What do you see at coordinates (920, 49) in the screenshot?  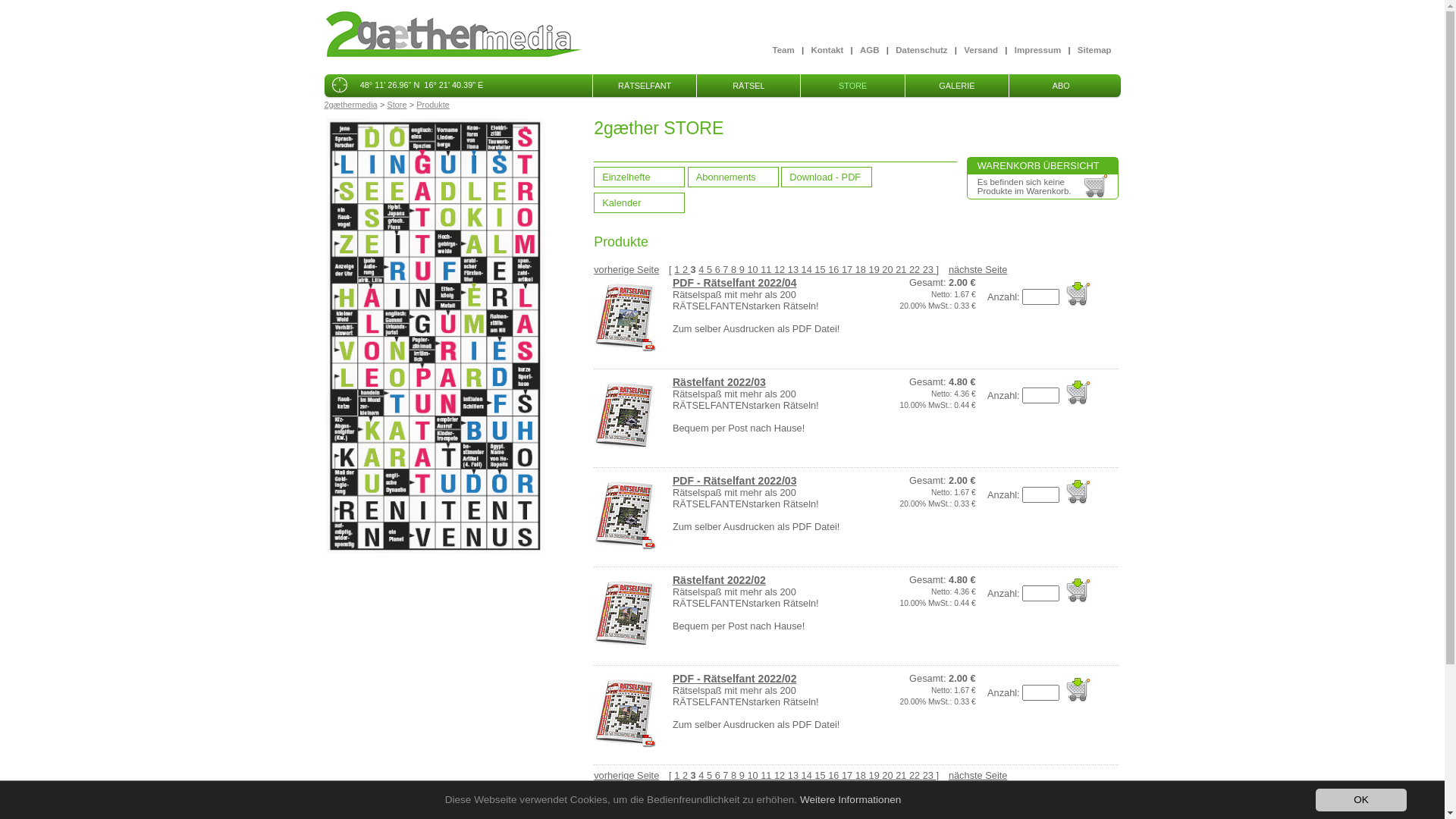 I see `'Datenschutz'` at bounding box center [920, 49].